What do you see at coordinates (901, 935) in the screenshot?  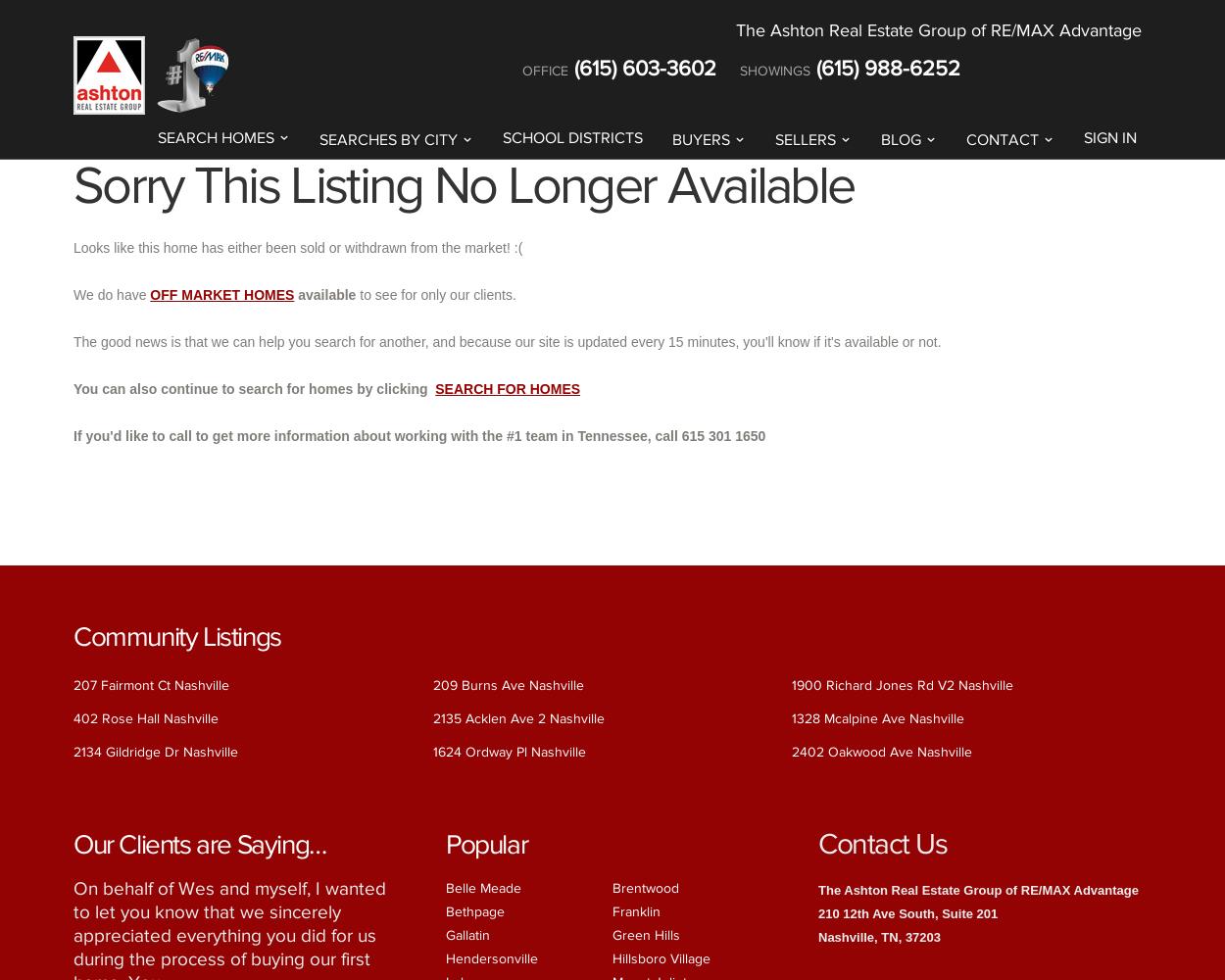 I see `','` at bounding box center [901, 935].